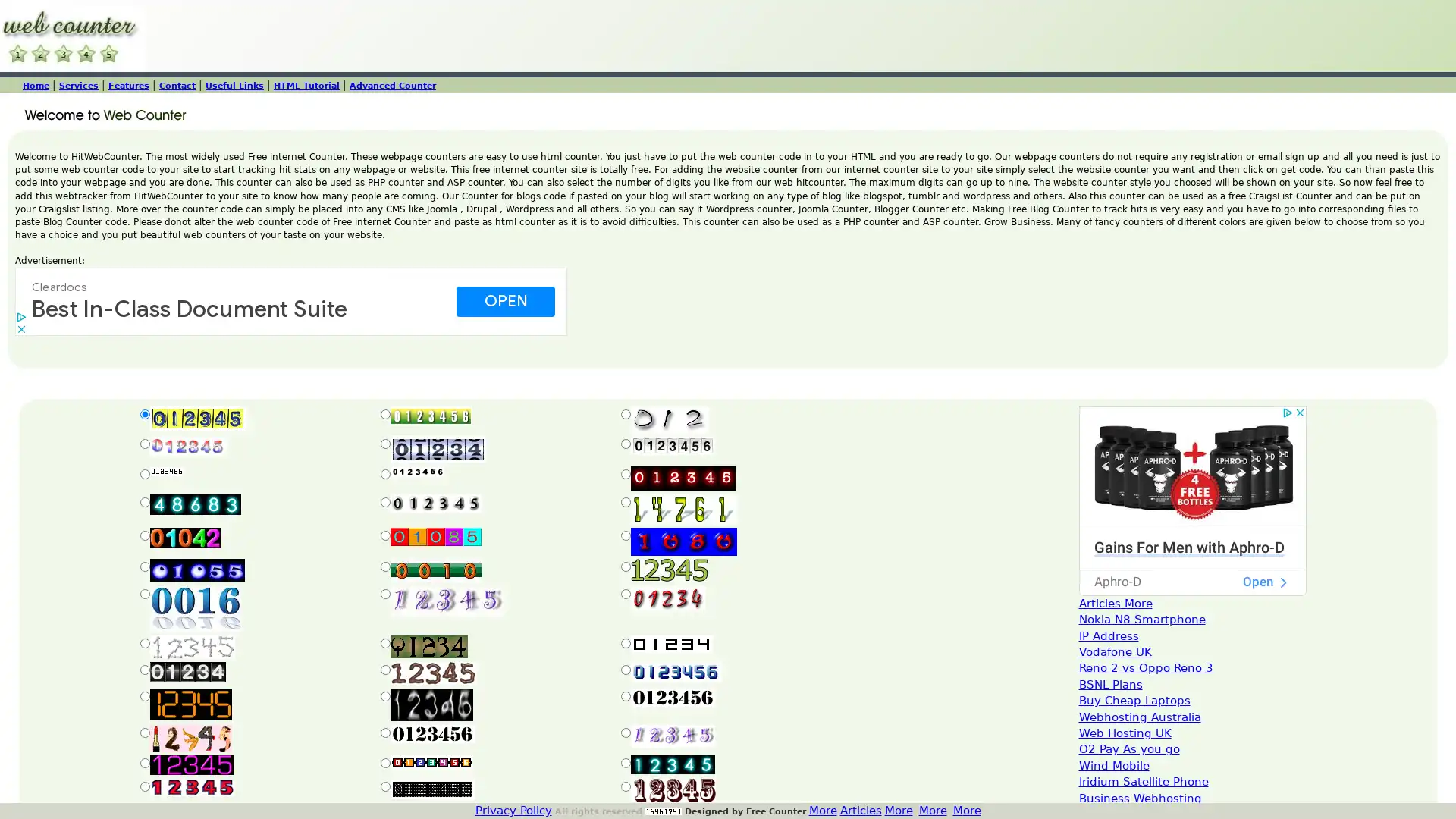 This screenshot has width=1456, height=819. Describe the element at coordinates (436, 448) in the screenshot. I see `Submit` at that location.